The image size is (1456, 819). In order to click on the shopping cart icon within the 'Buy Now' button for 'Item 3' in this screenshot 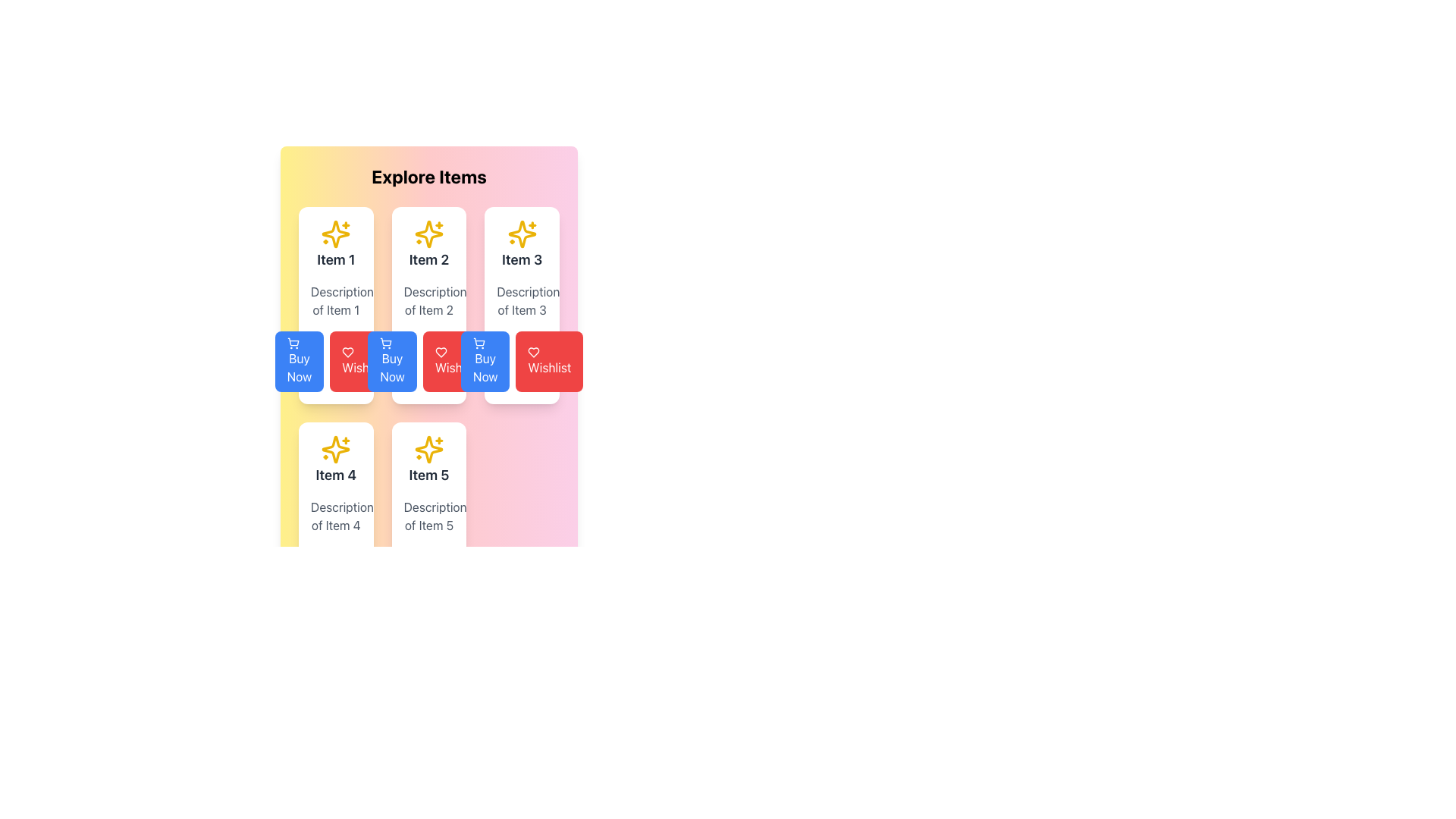, I will do `click(479, 343)`.